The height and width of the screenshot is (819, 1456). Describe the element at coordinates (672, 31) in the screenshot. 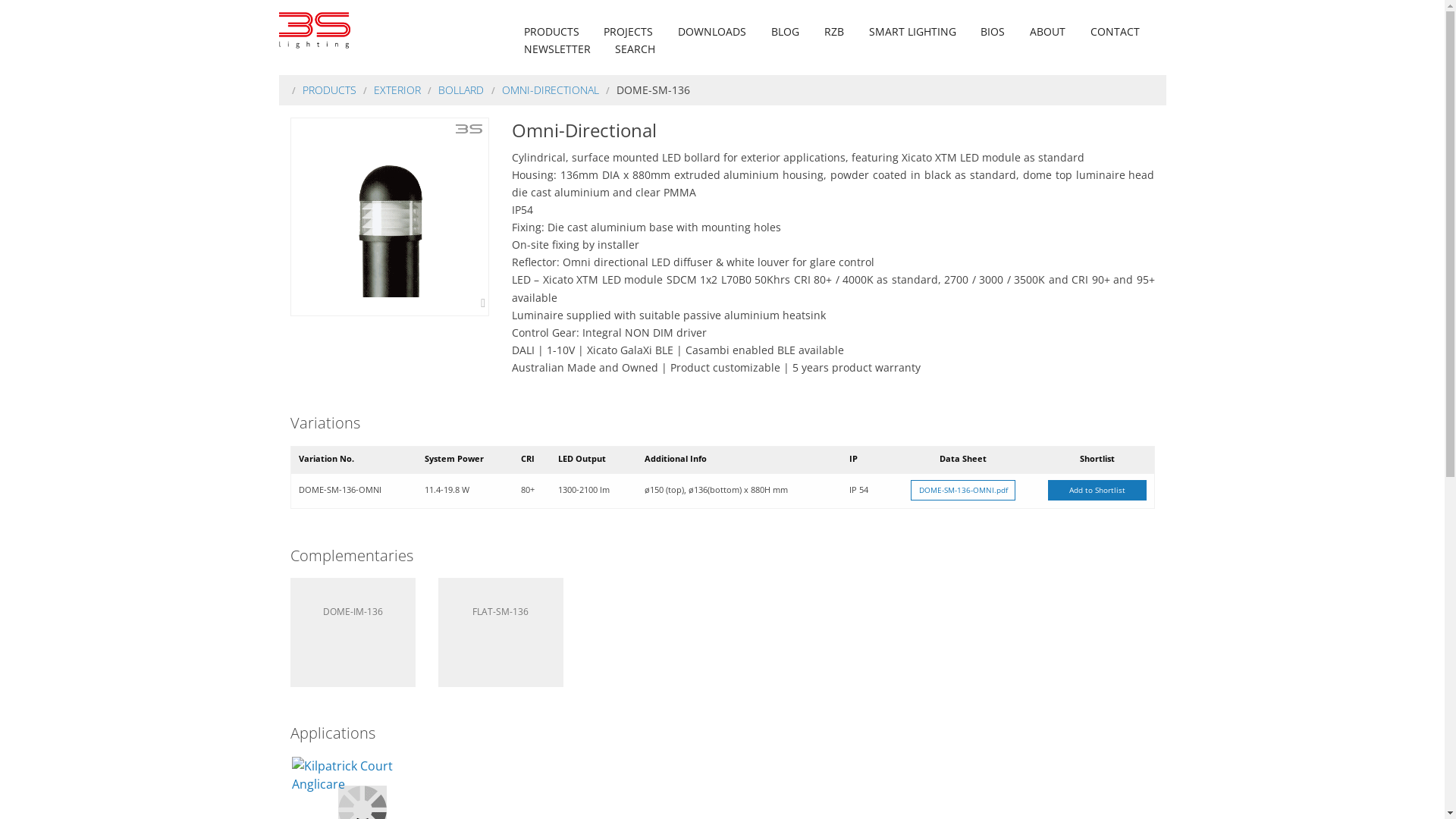

I see `'DOWNLOADS'` at that location.